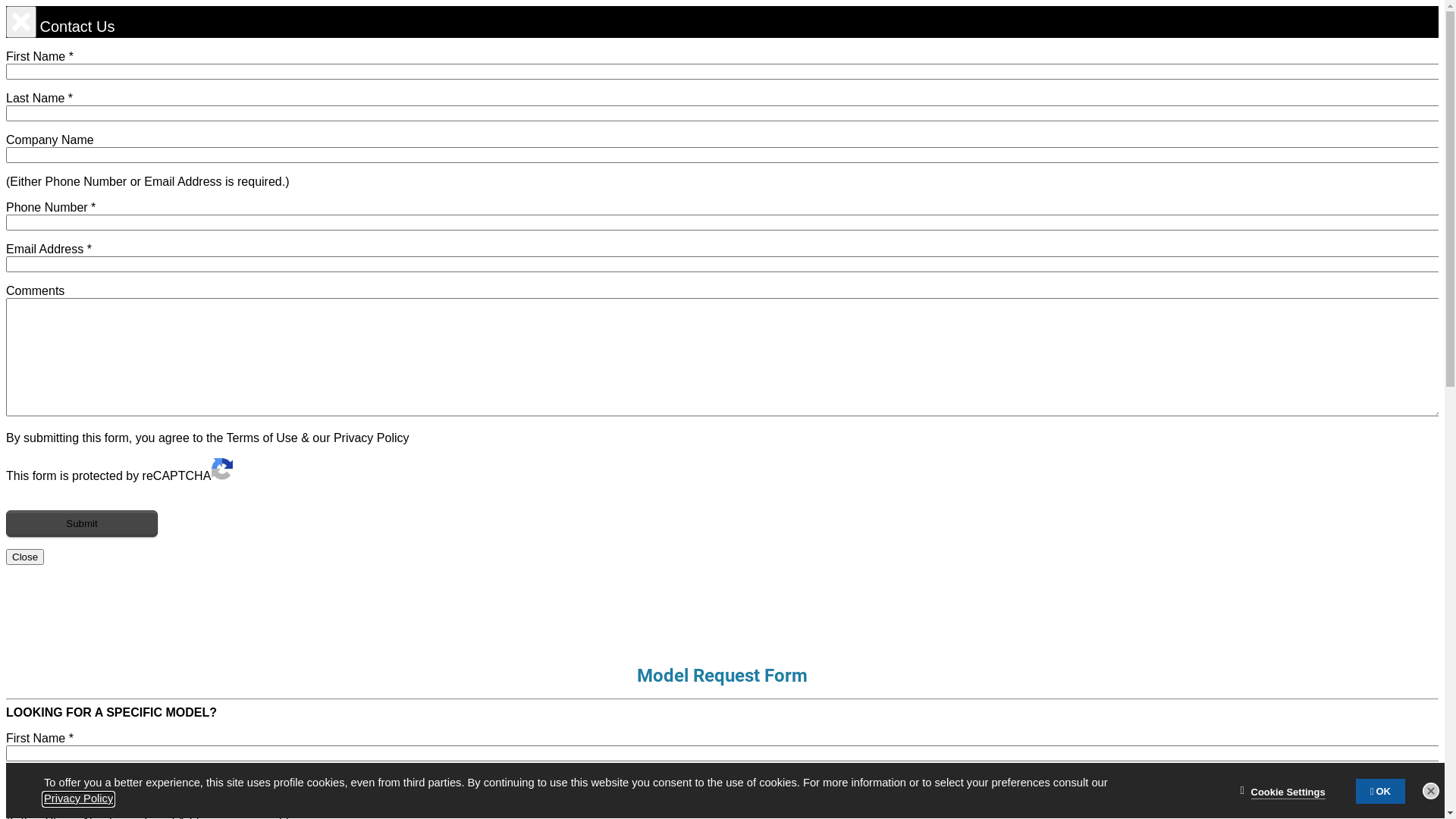 Image resolution: width=1456 pixels, height=819 pixels. What do you see at coordinates (262, 438) in the screenshot?
I see `'Terms of Use'` at bounding box center [262, 438].